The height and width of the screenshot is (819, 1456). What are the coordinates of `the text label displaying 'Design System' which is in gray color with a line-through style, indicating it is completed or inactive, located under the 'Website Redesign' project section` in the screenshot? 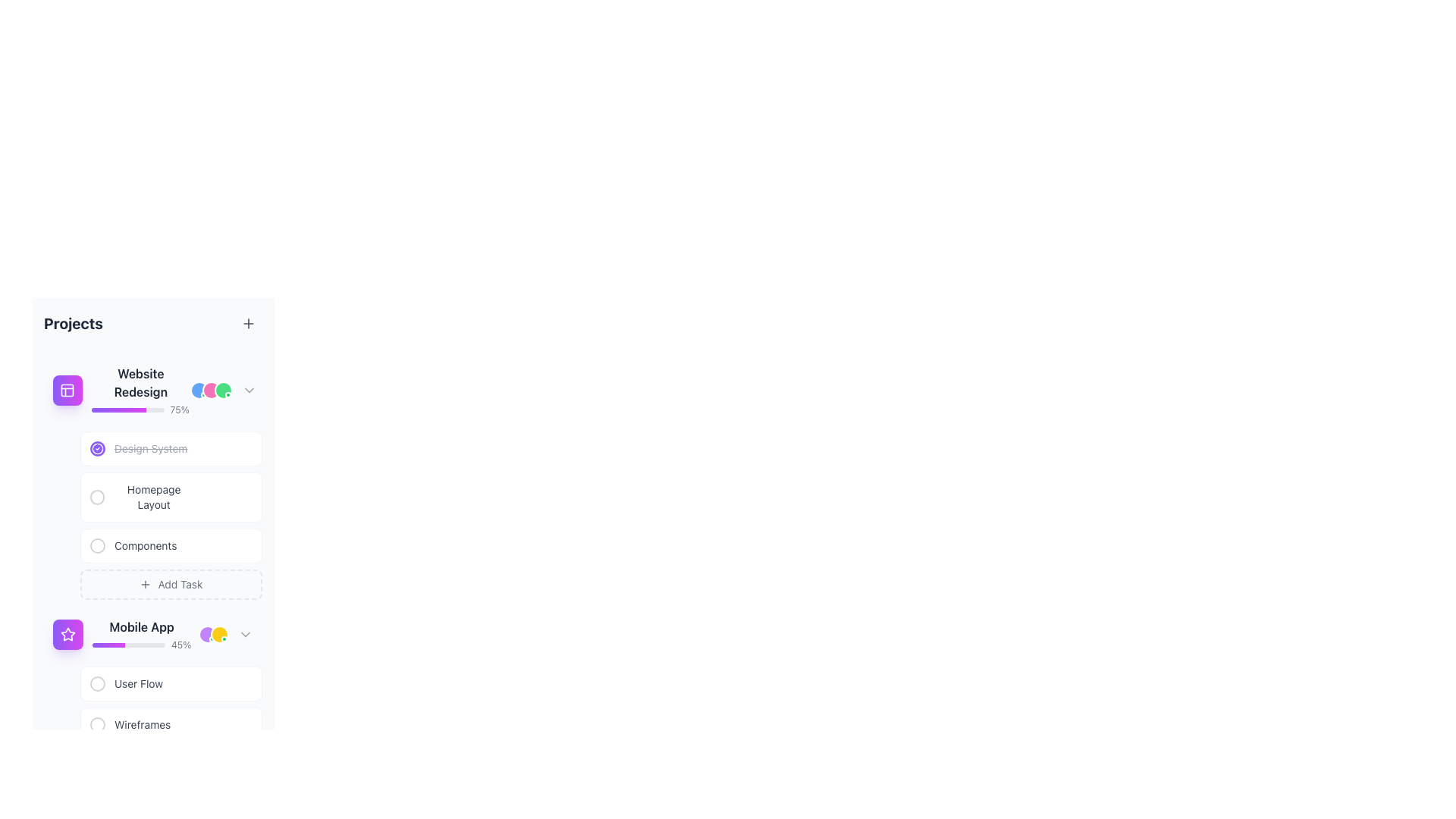 It's located at (139, 447).